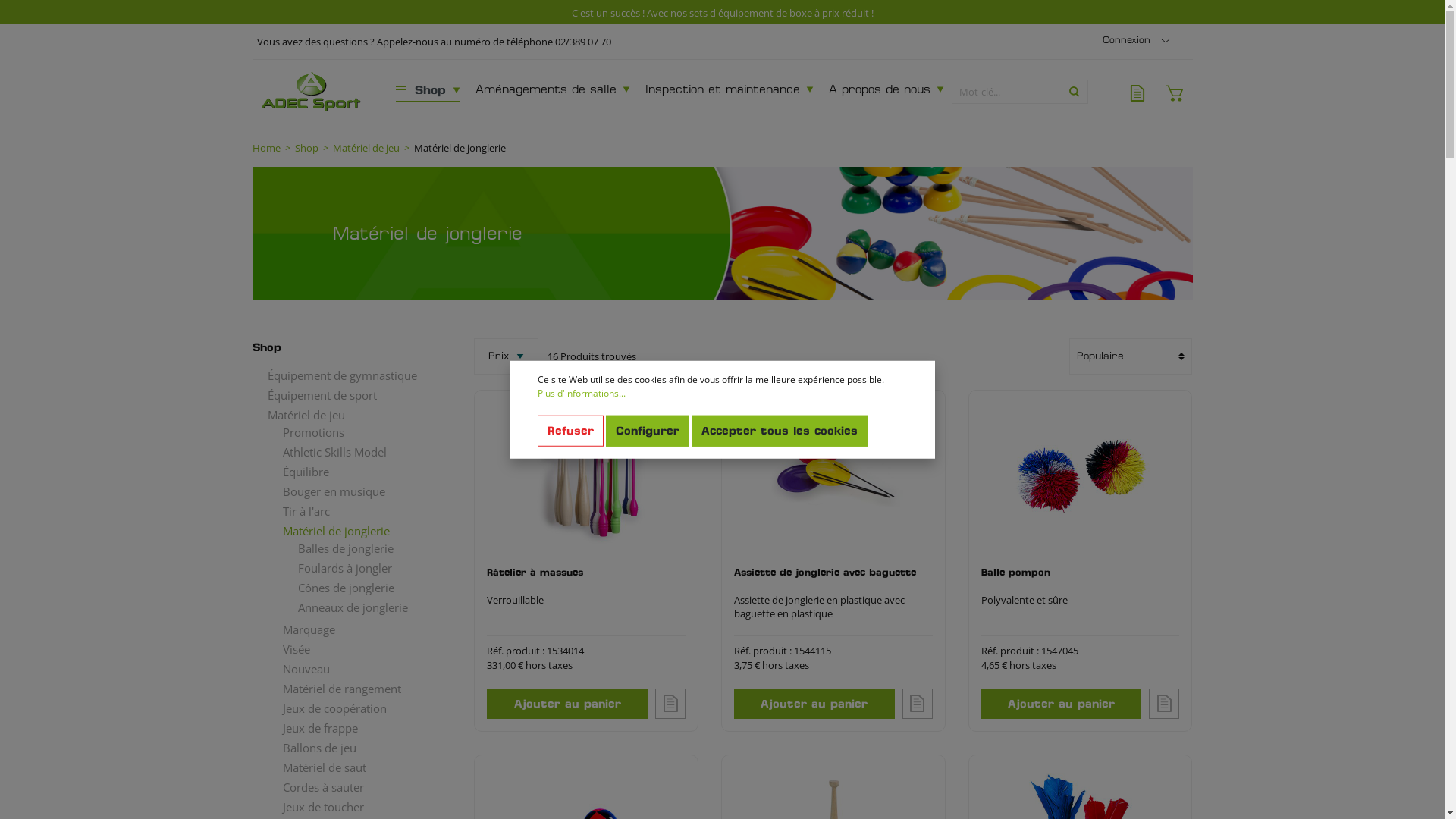 The width and height of the screenshot is (1456, 819). What do you see at coordinates (354, 668) in the screenshot?
I see `'Nouveau'` at bounding box center [354, 668].